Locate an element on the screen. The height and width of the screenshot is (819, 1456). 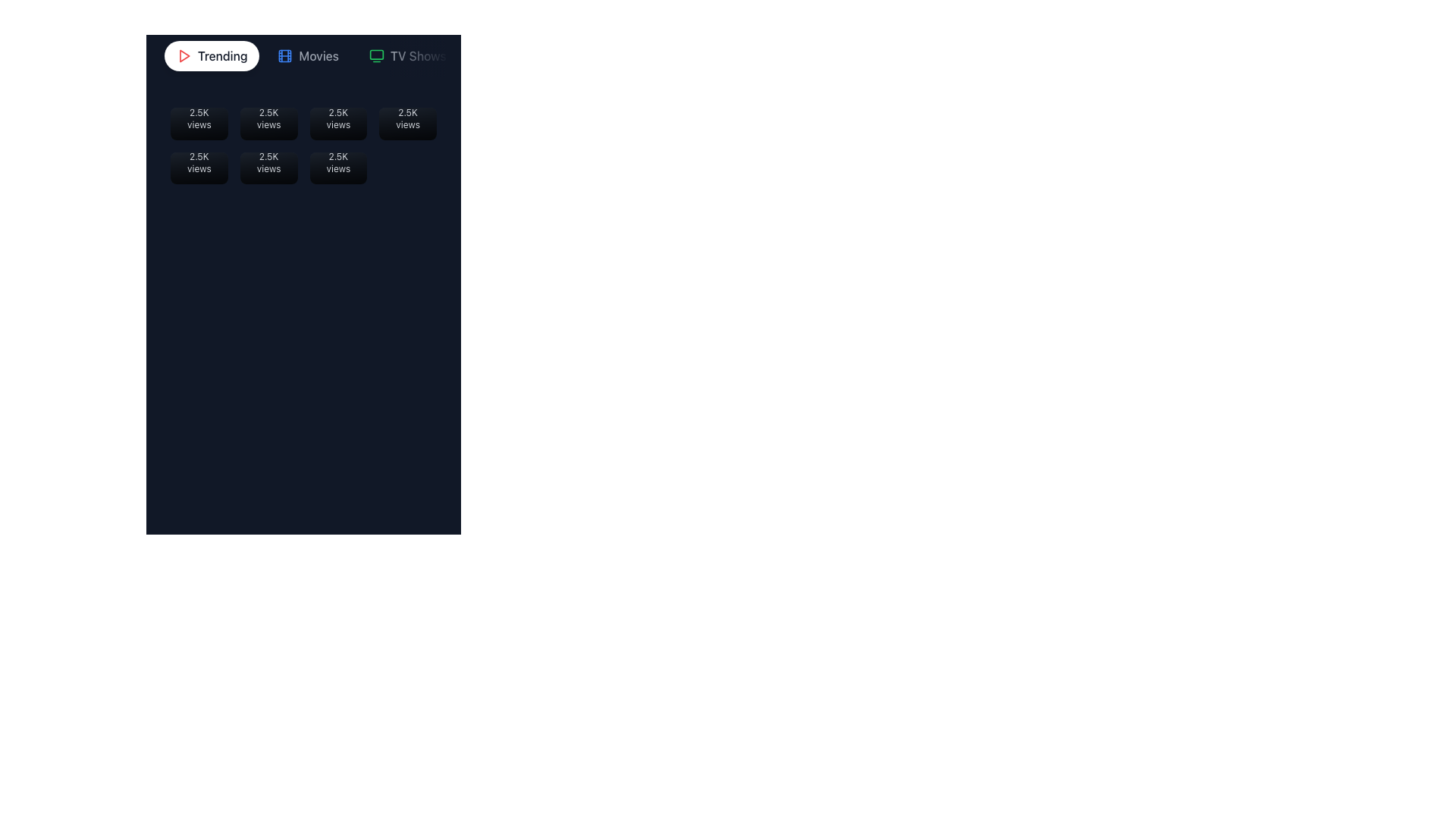
the decorative rectangle within the upper navigation section of the interface that symbolizes a specific category or feature, located next to the 'Trending' and 'TV Shows' icons is located at coordinates (285, 55).